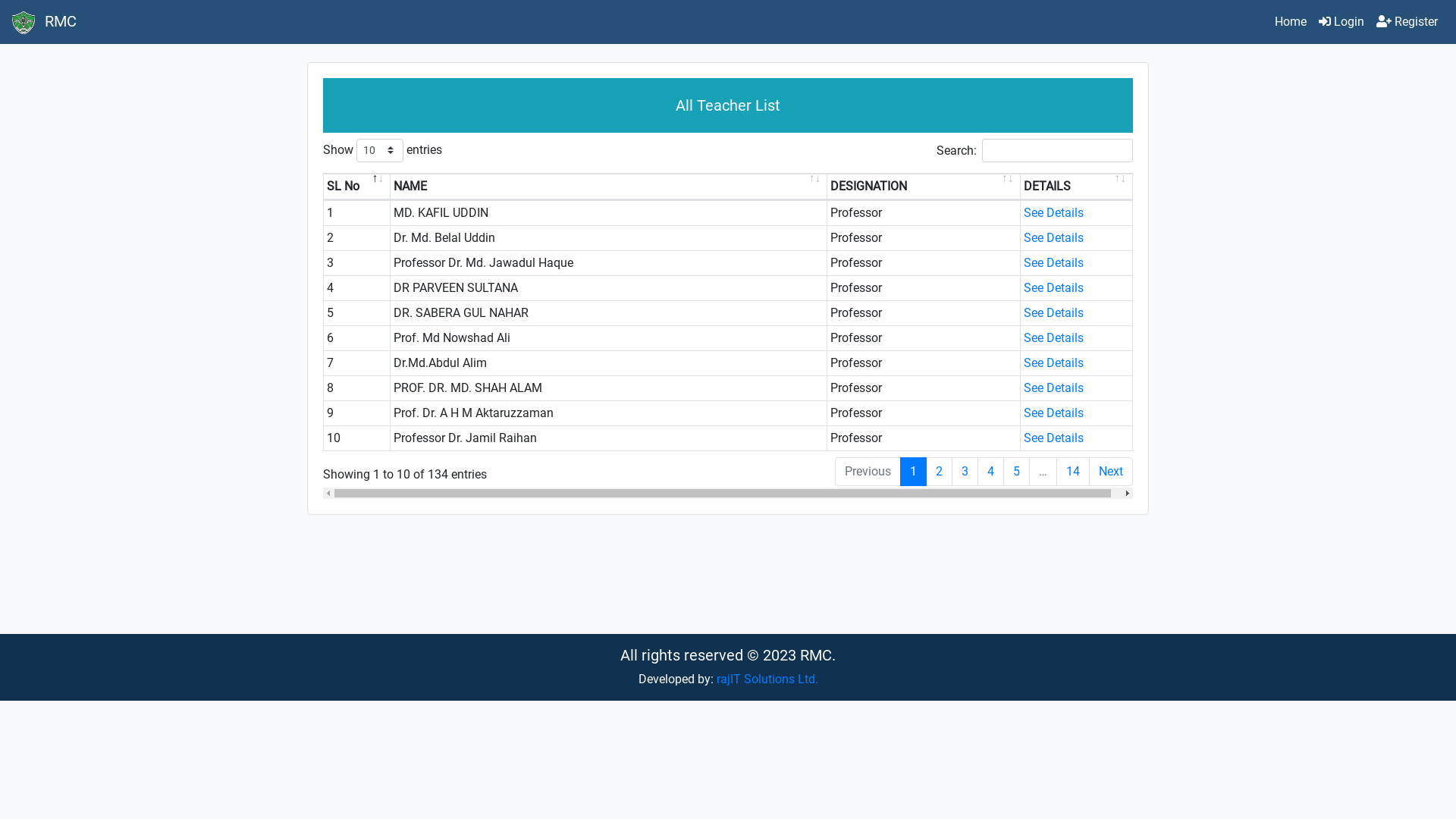  I want to click on 'See Details', so click(1053, 287).